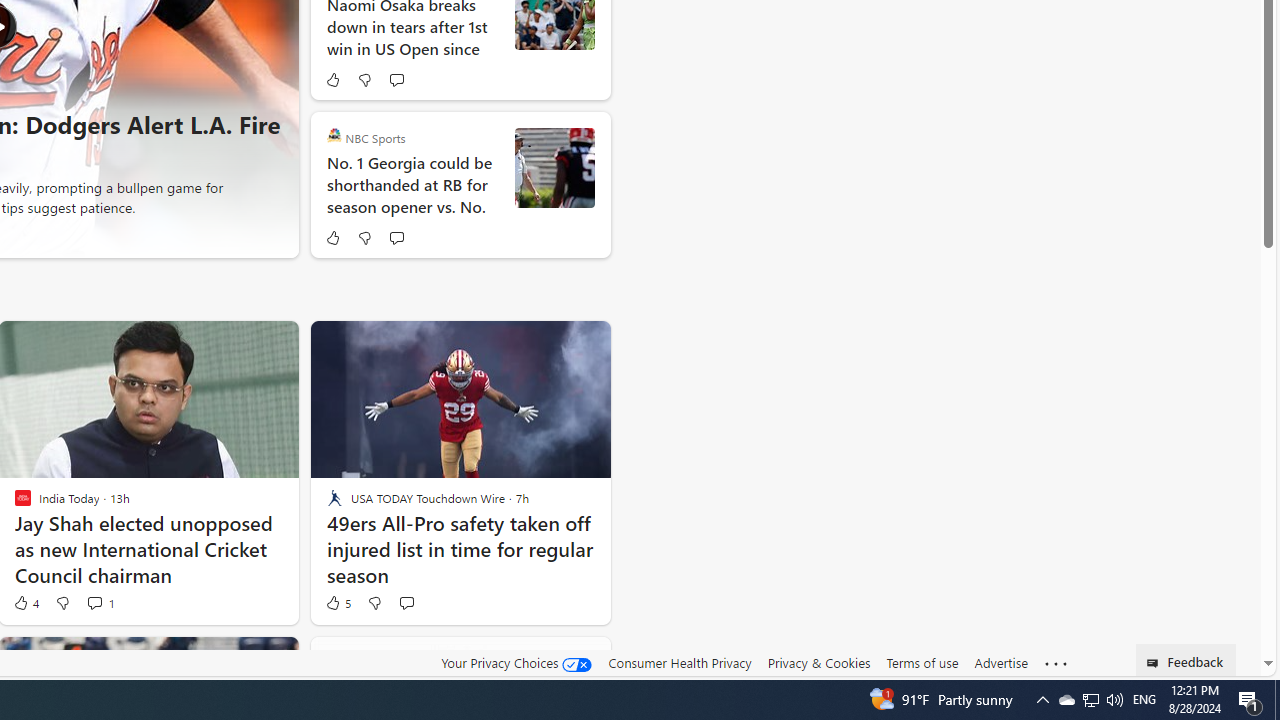 The image size is (1280, 720). What do you see at coordinates (517, 663) in the screenshot?
I see `'Your Privacy Choices'` at bounding box center [517, 663].